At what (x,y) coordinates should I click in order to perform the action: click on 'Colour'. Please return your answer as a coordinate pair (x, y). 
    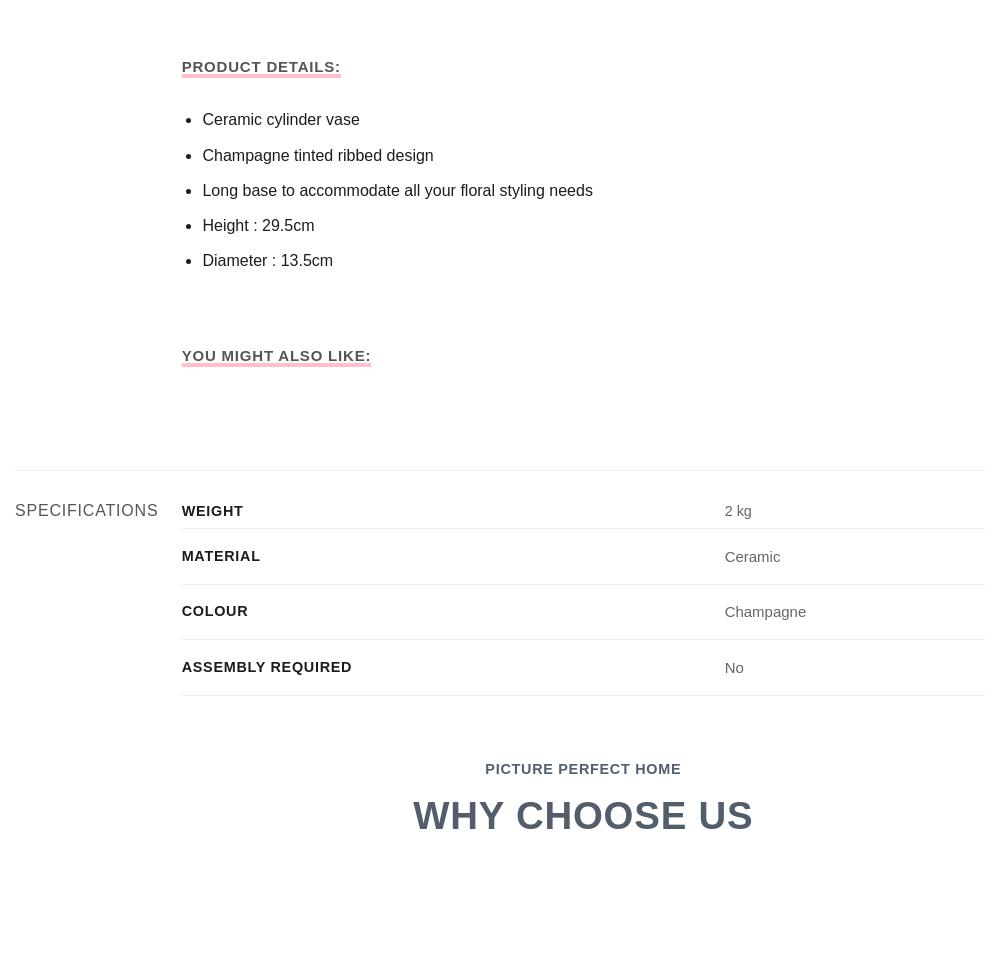
    Looking at the image, I should click on (213, 610).